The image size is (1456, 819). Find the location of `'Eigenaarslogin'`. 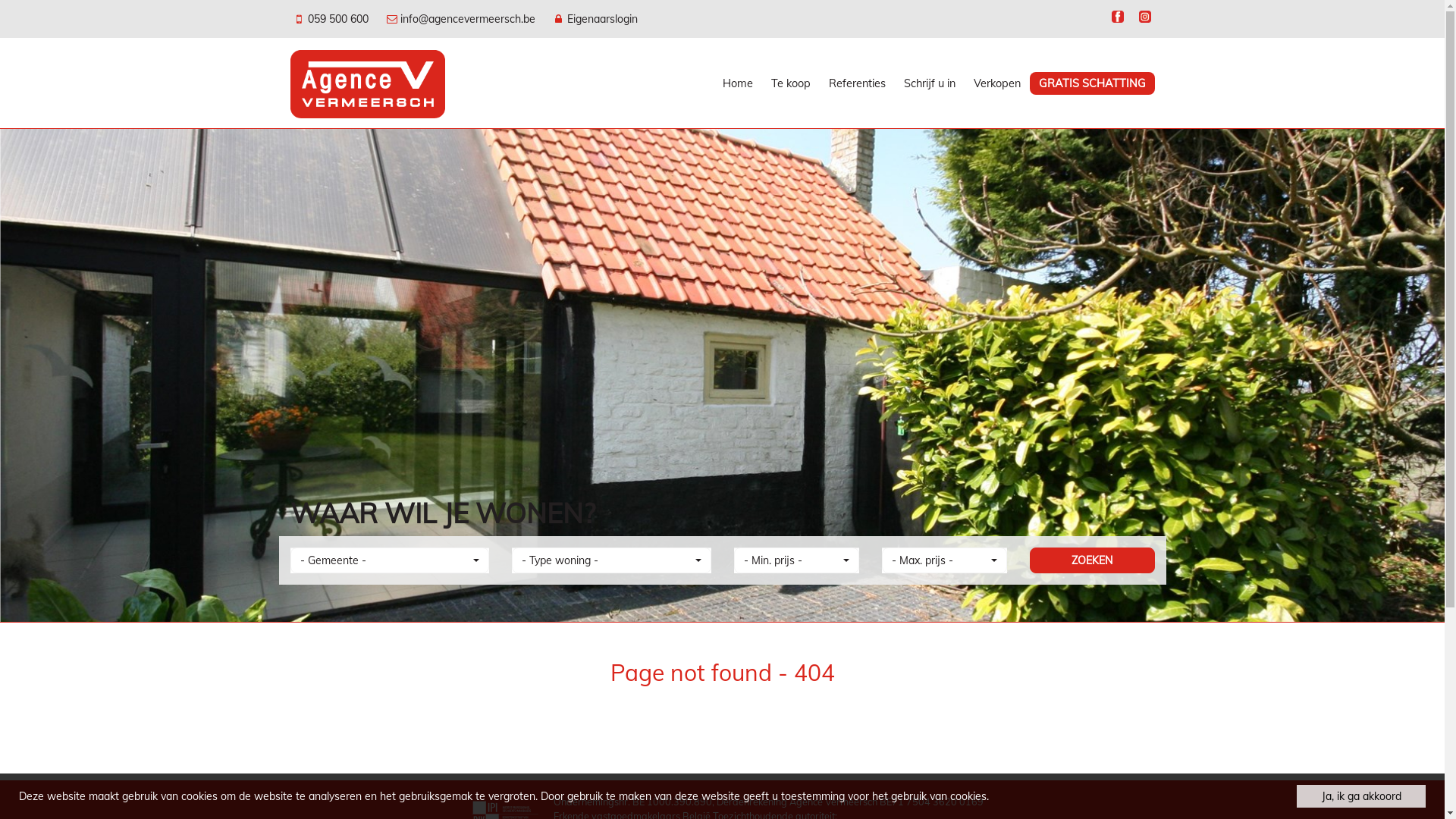

'Eigenaarslogin' is located at coordinates (594, 18).